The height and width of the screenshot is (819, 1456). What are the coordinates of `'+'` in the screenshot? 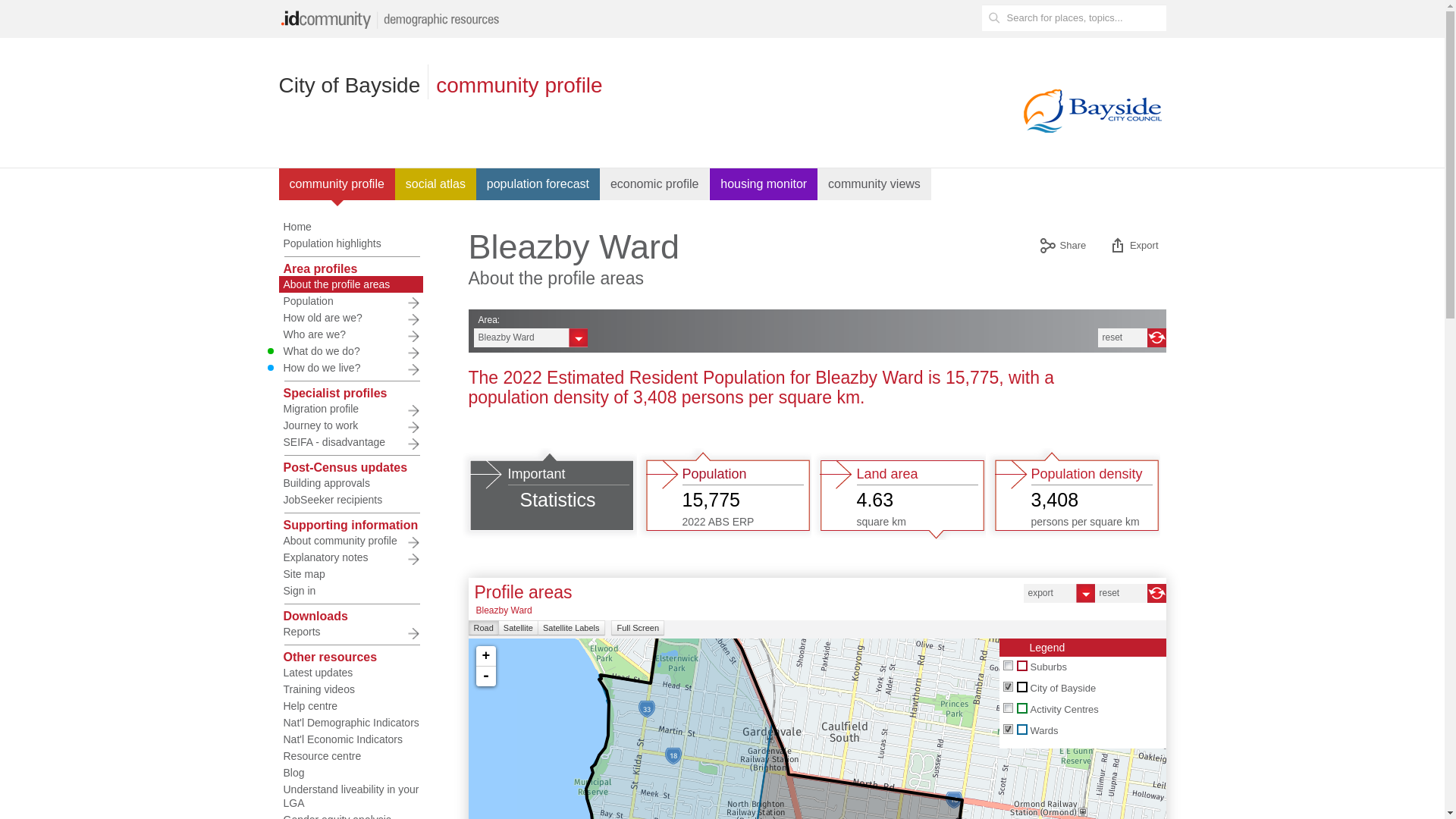 It's located at (486, 655).